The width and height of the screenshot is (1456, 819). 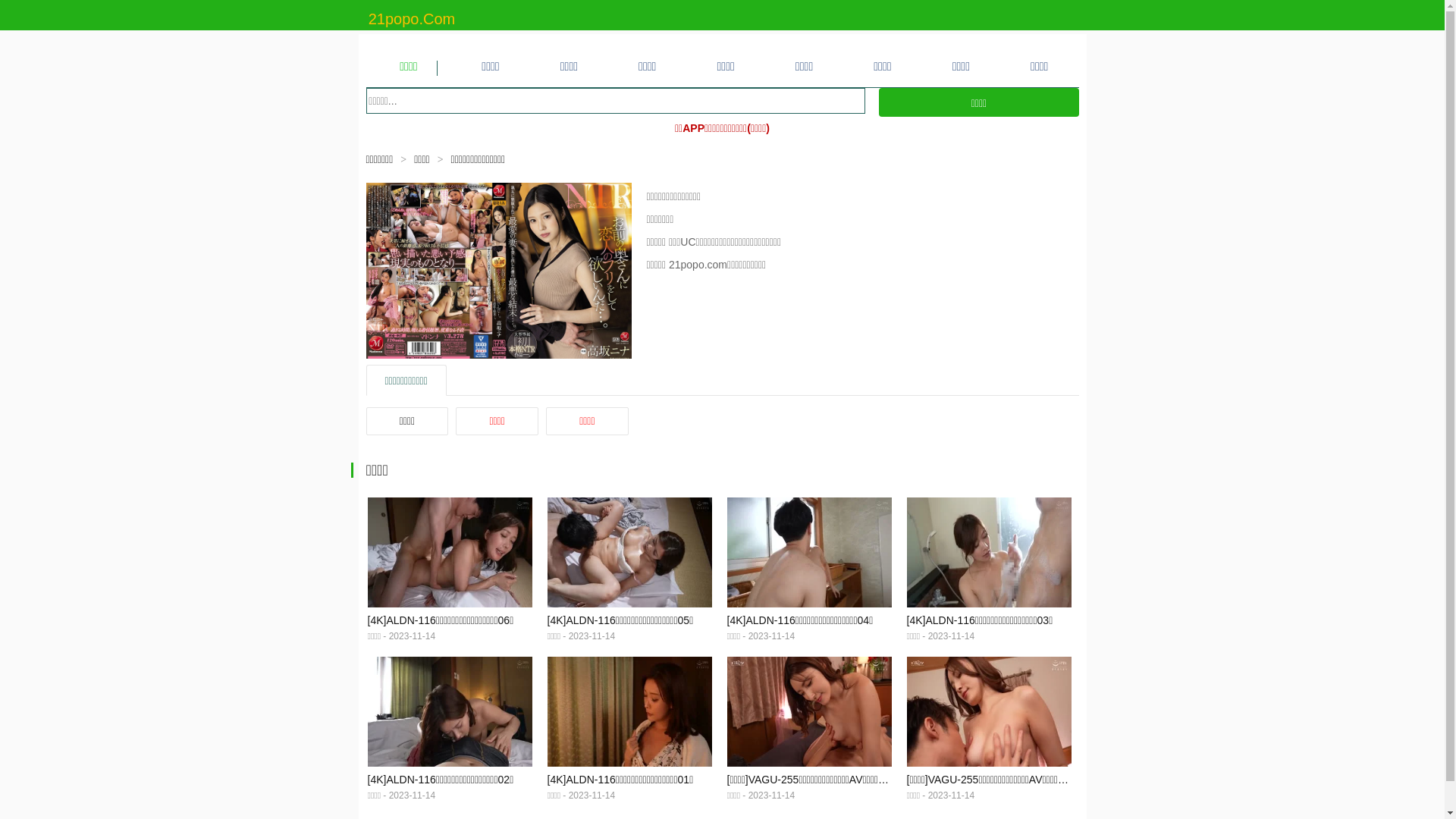 I want to click on '21popo.Com', so click(x=412, y=18).